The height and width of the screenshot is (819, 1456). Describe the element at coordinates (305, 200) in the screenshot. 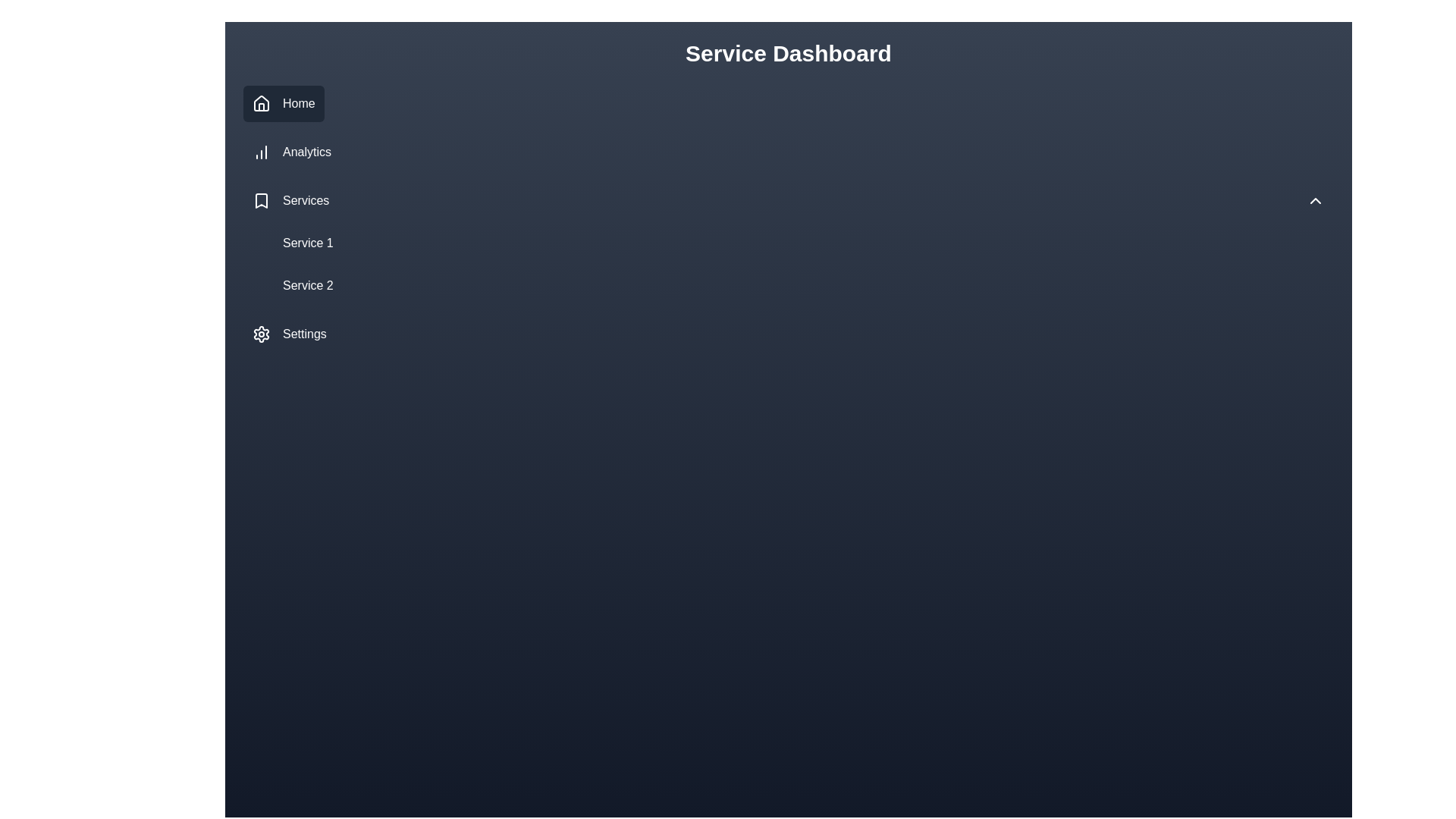

I see `the 'Services' label in the navigation menu` at that location.